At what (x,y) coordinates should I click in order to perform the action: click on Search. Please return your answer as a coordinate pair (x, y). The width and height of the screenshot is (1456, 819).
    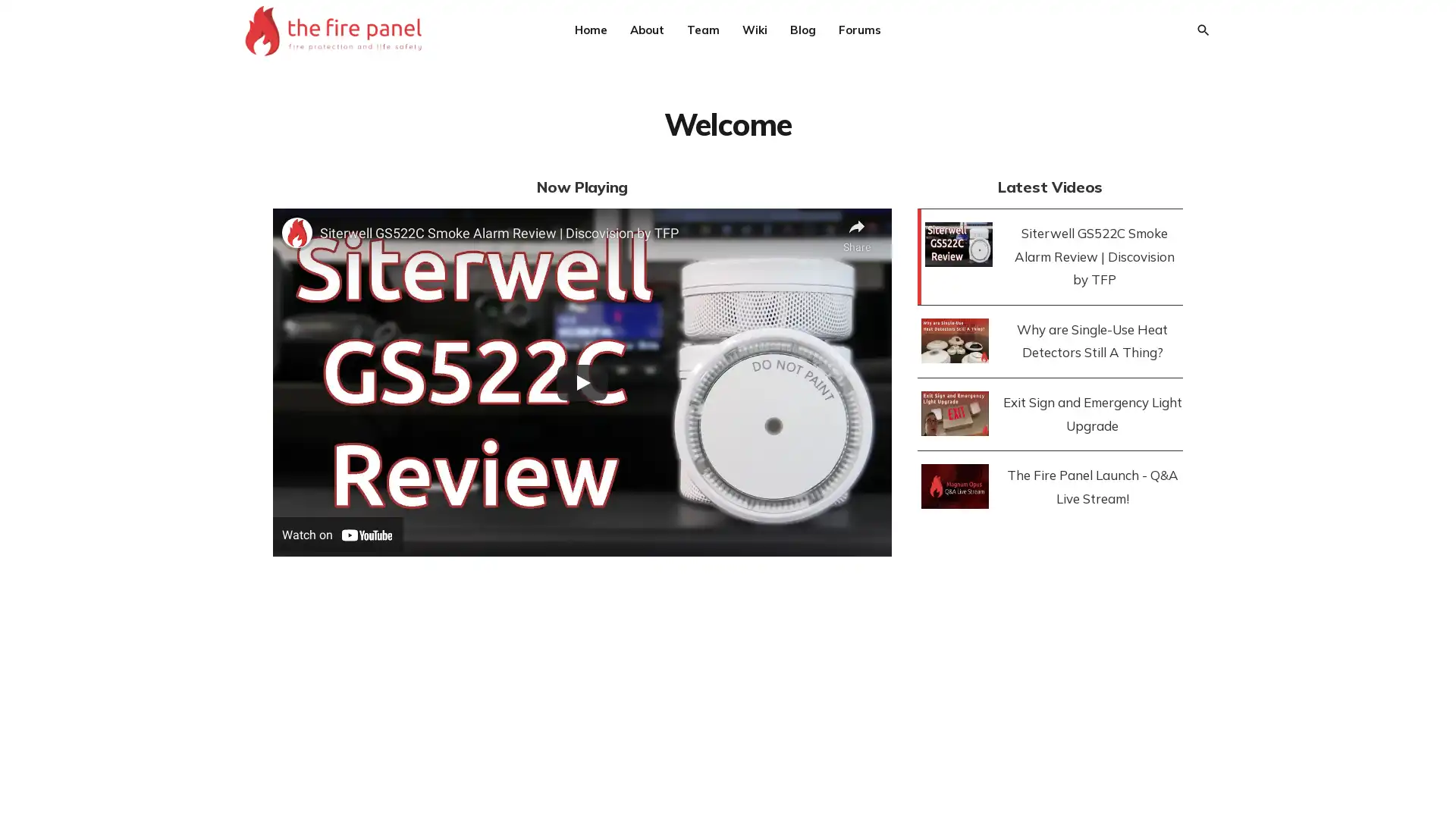
    Looking at the image, I should click on (1201, 30).